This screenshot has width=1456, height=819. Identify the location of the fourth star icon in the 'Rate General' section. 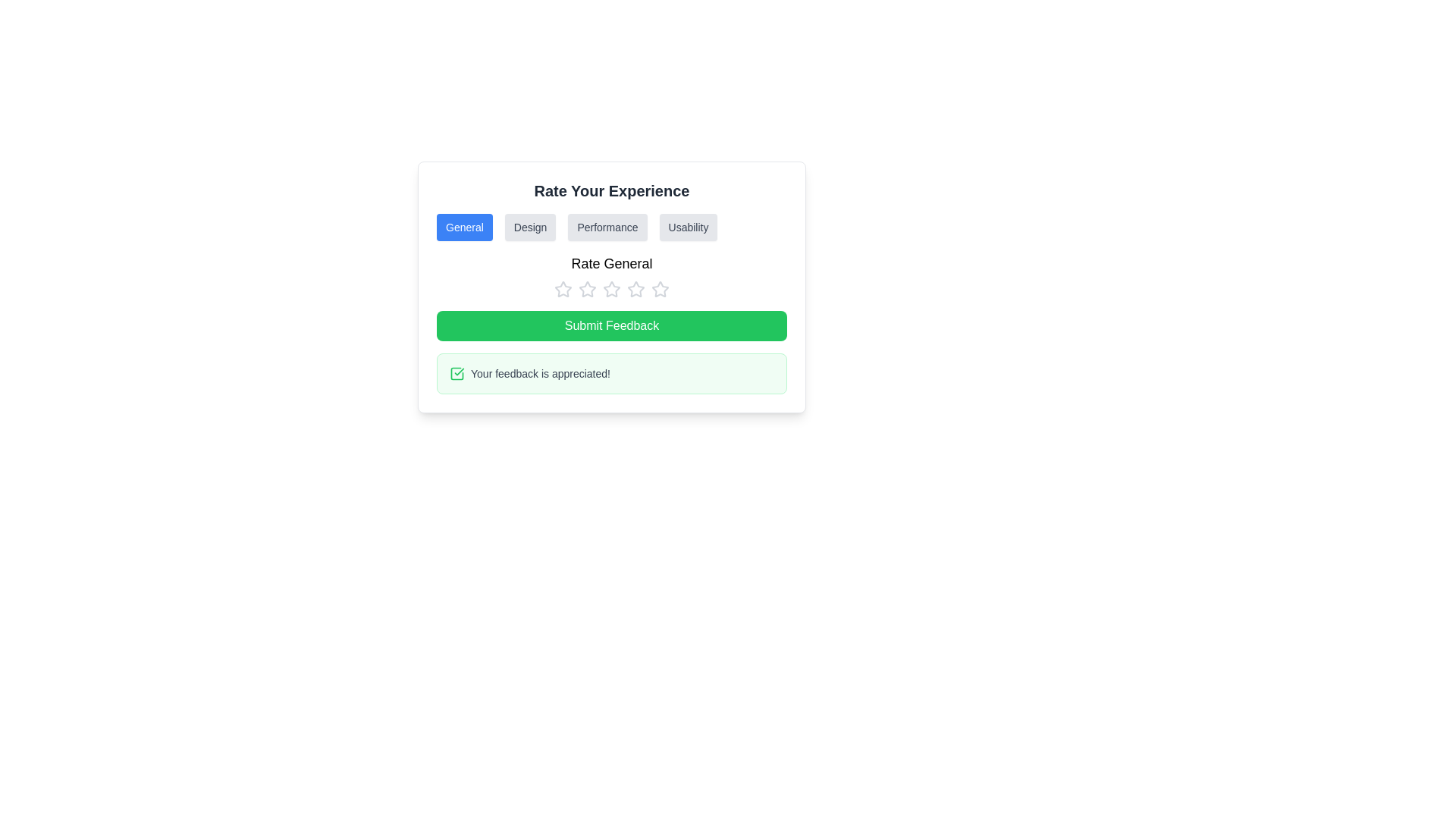
(636, 289).